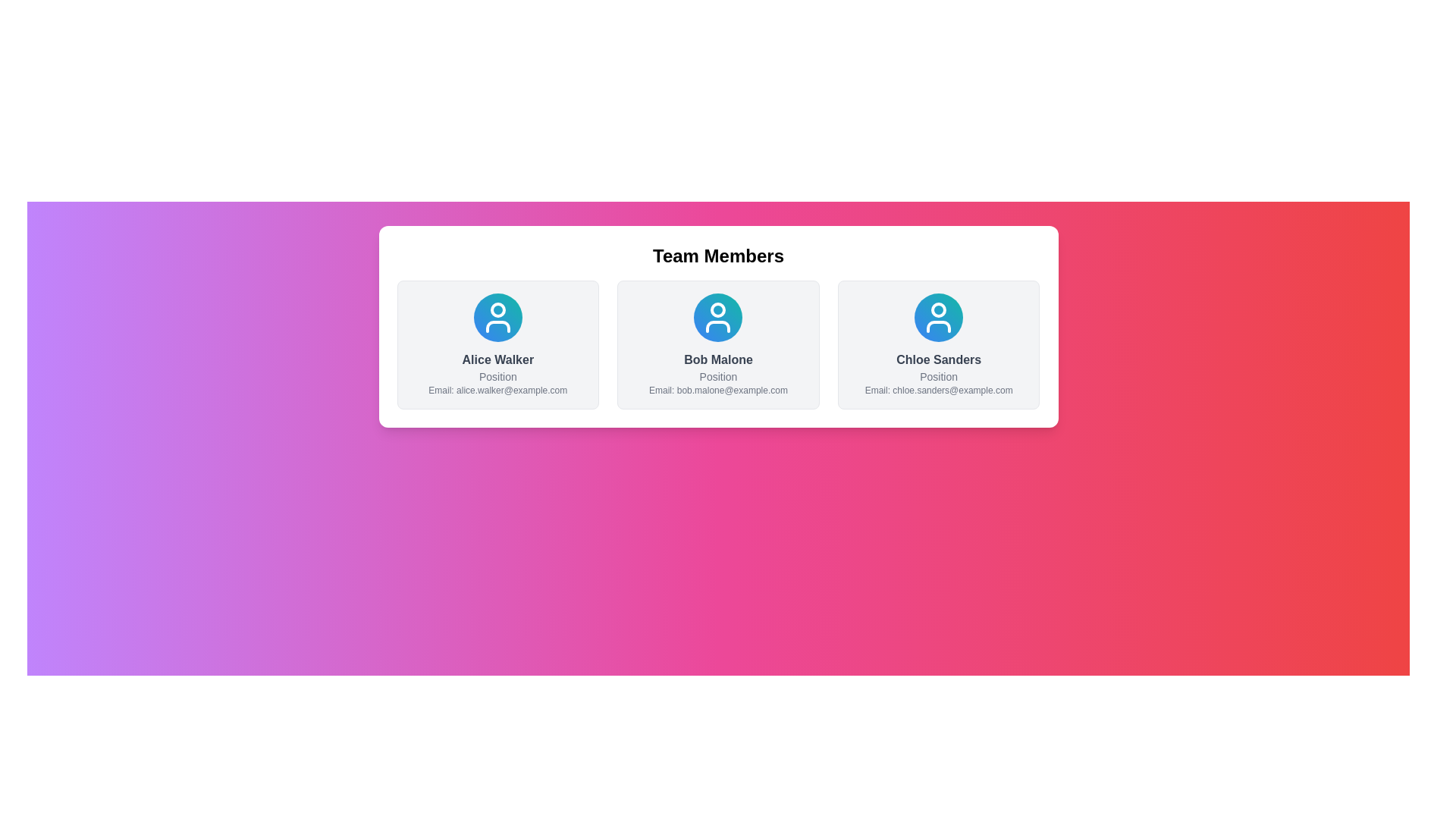 This screenshot has height=819, width=1456. I want to click on text label displaying 'Position' located beneath the name 'Alice Walker' in the central profile card, so click(497, 376).